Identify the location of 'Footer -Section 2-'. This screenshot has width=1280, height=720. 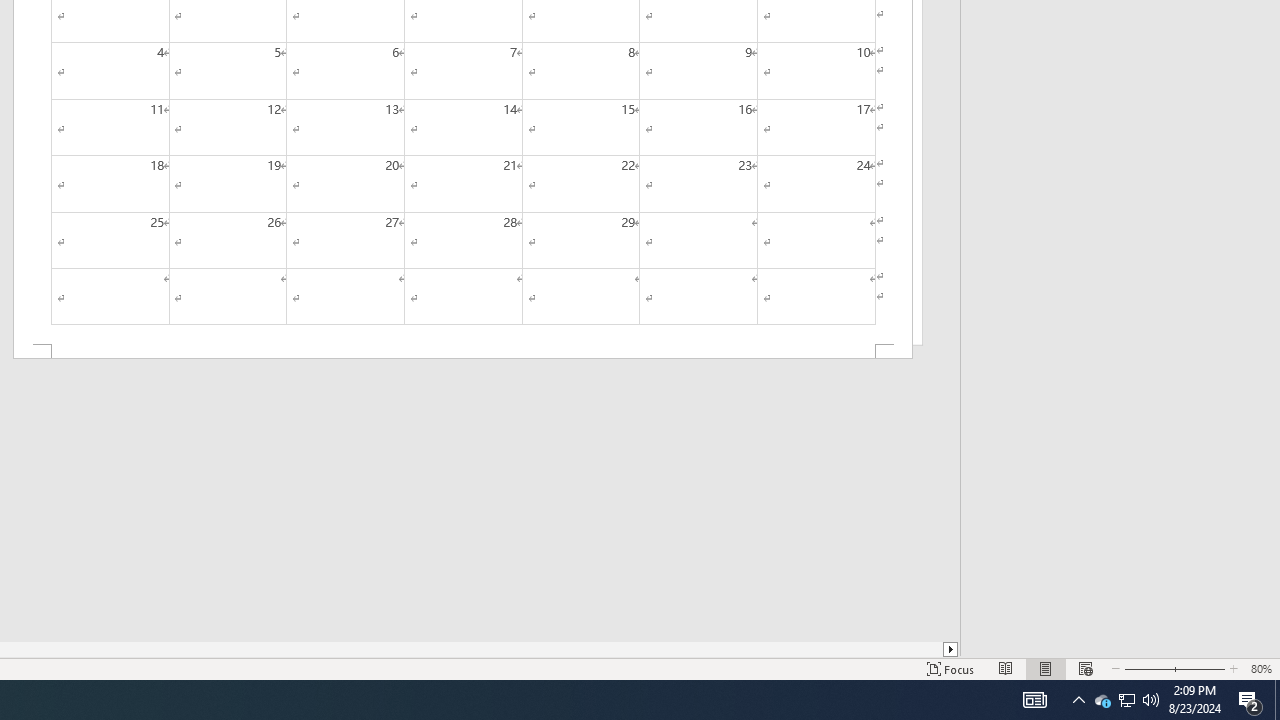
(461, 350).